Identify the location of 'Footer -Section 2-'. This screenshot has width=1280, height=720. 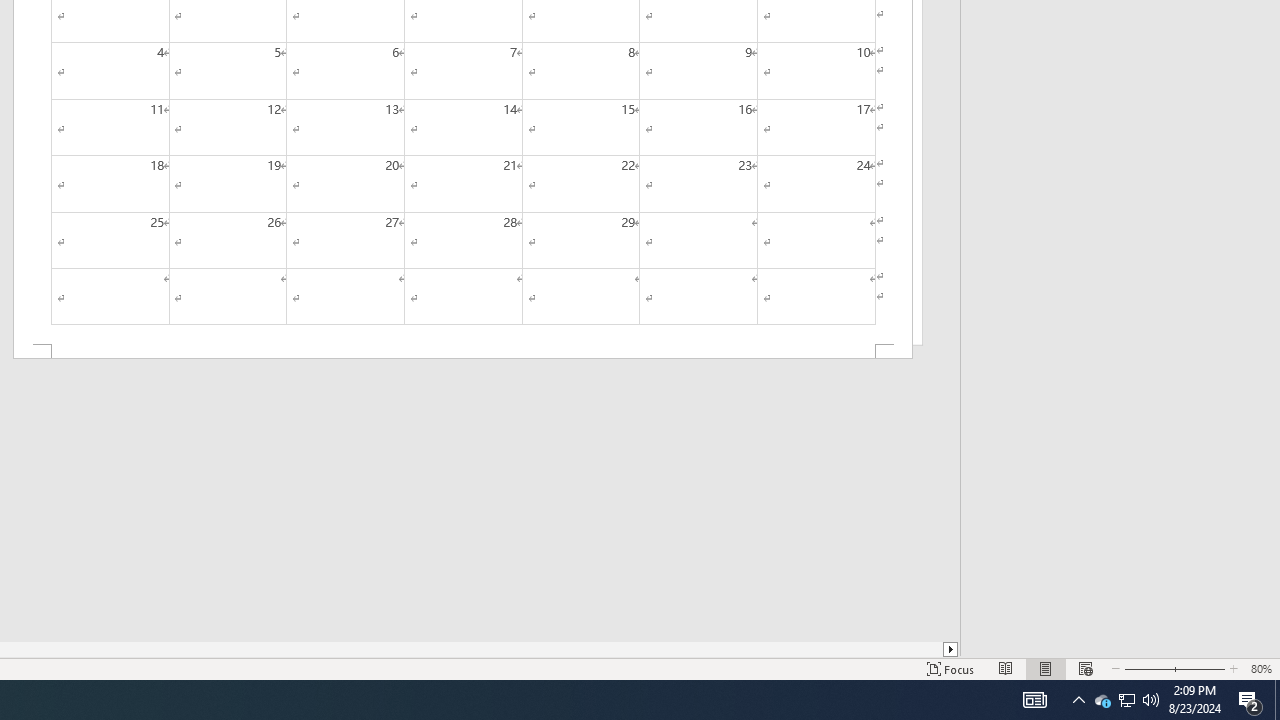
(461, 350).